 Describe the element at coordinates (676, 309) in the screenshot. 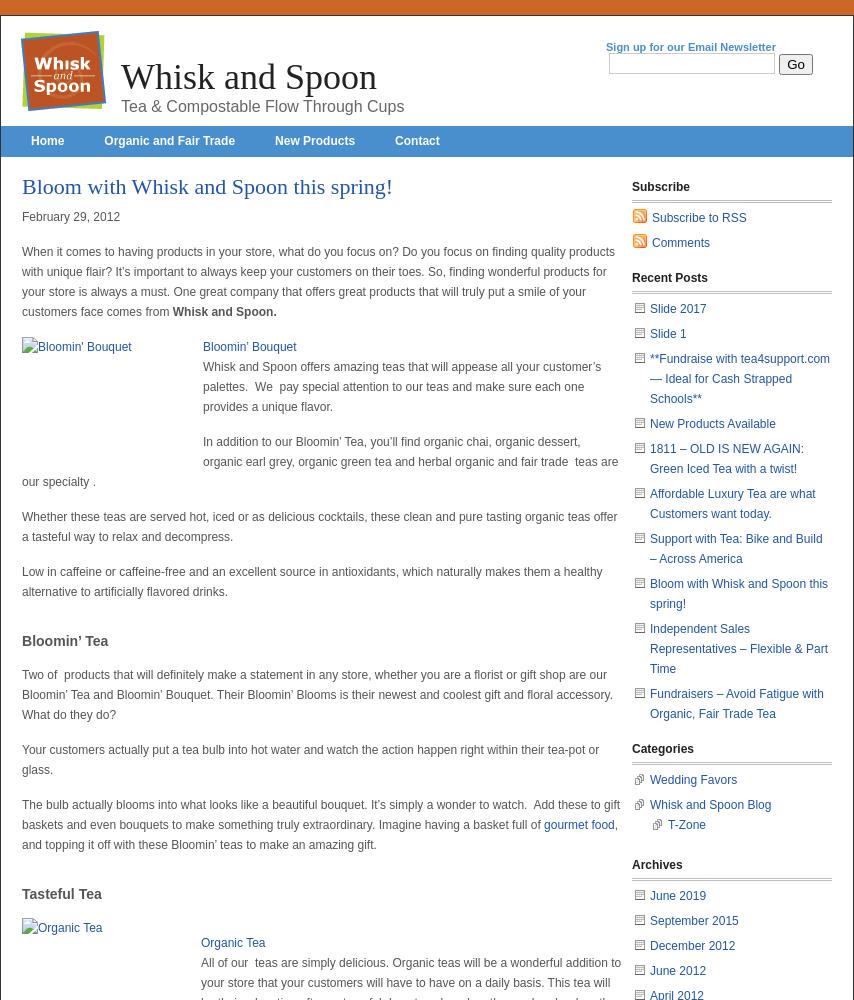

I see `'Slide 2017'` at that location.